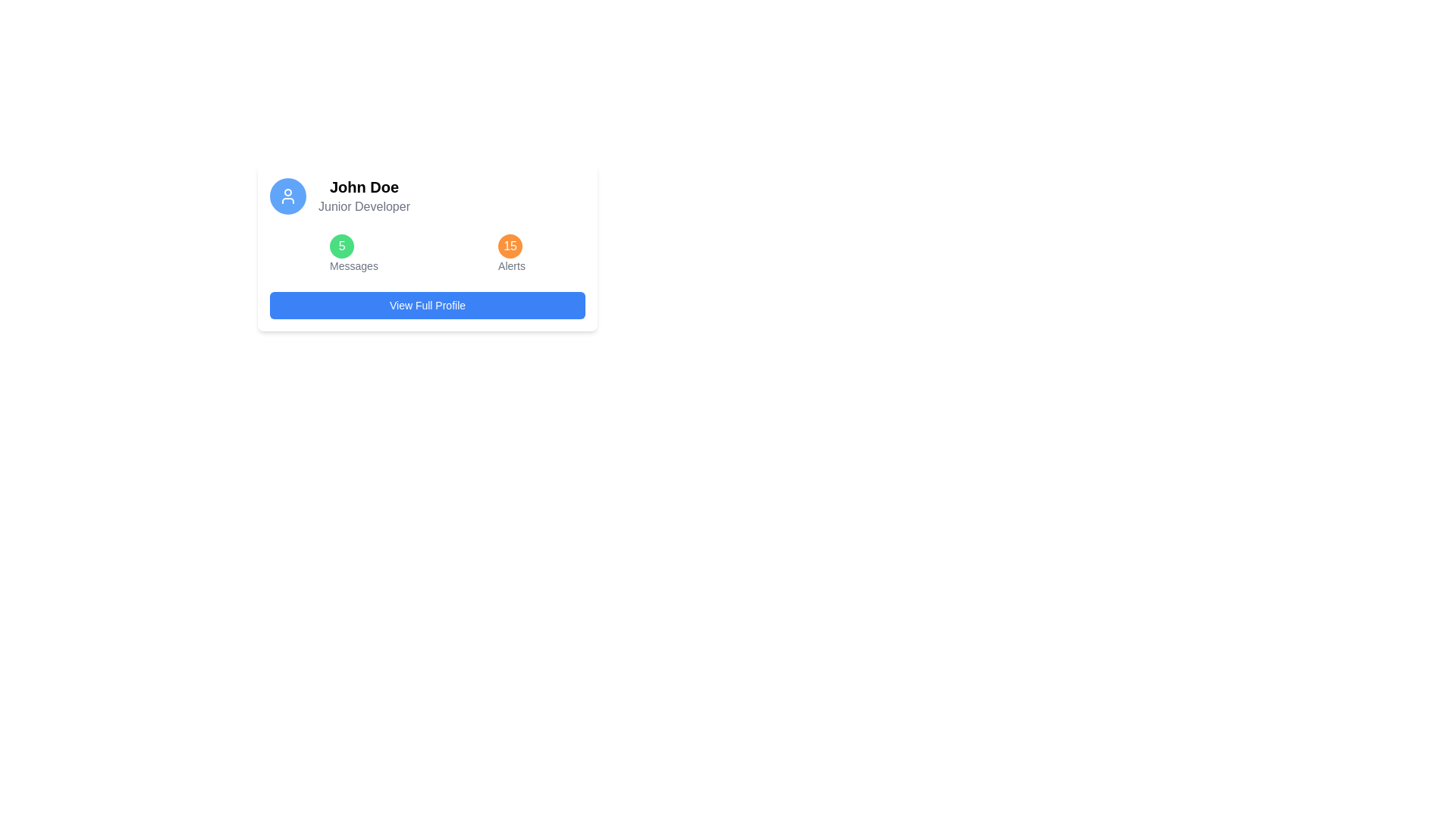 The image size is (1456, 819). Describe the element at coordinates (512, 253) in the screenshot. I see `the Information Badge, which is a circular orange badge with the number '15' inside, positioned above the 'Alerts' label` at that location.